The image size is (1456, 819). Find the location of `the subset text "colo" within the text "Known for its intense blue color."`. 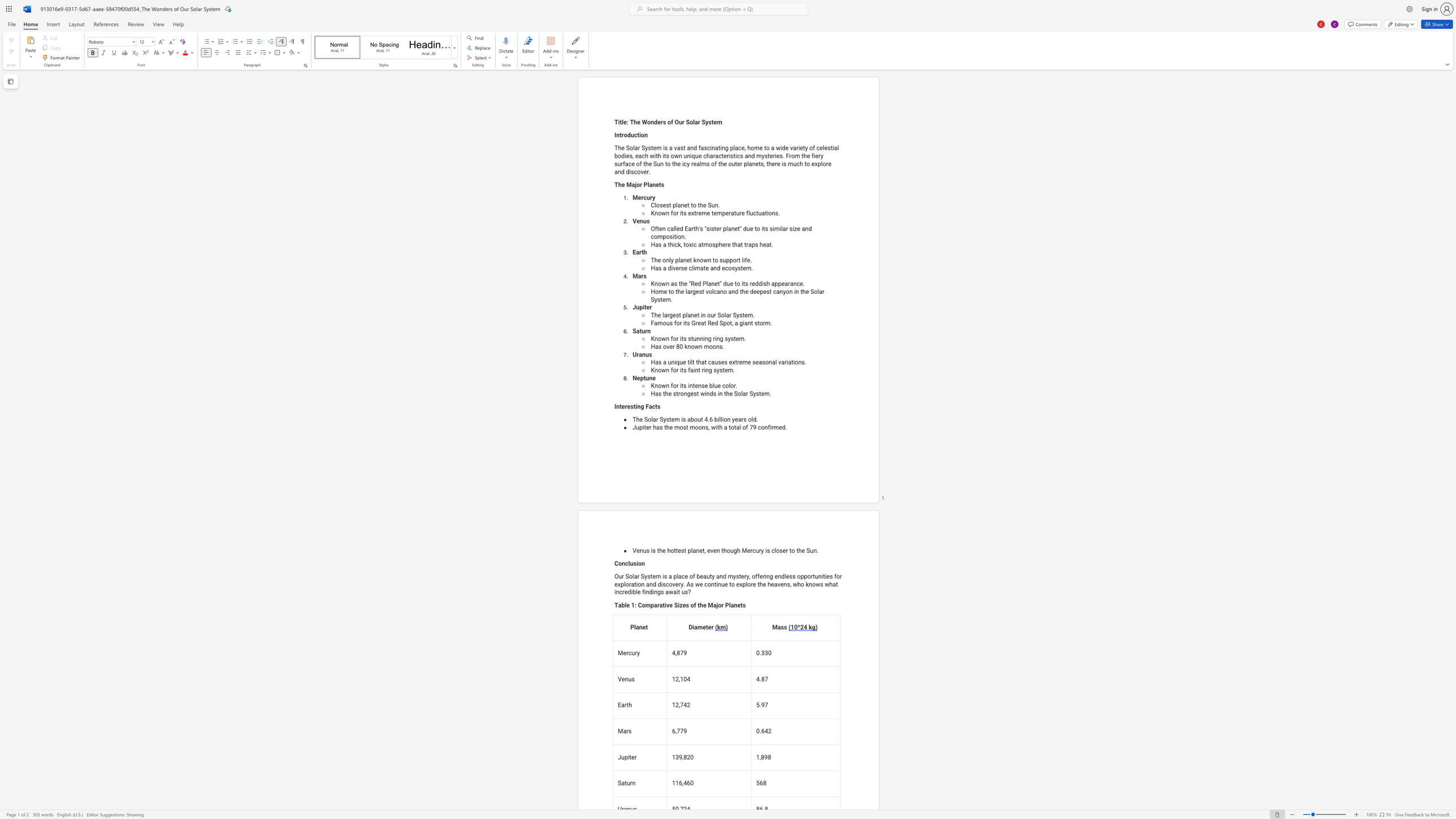

the subset text "colo" within the text "Known for its intense blue color." is located at coordinates (722, 385).